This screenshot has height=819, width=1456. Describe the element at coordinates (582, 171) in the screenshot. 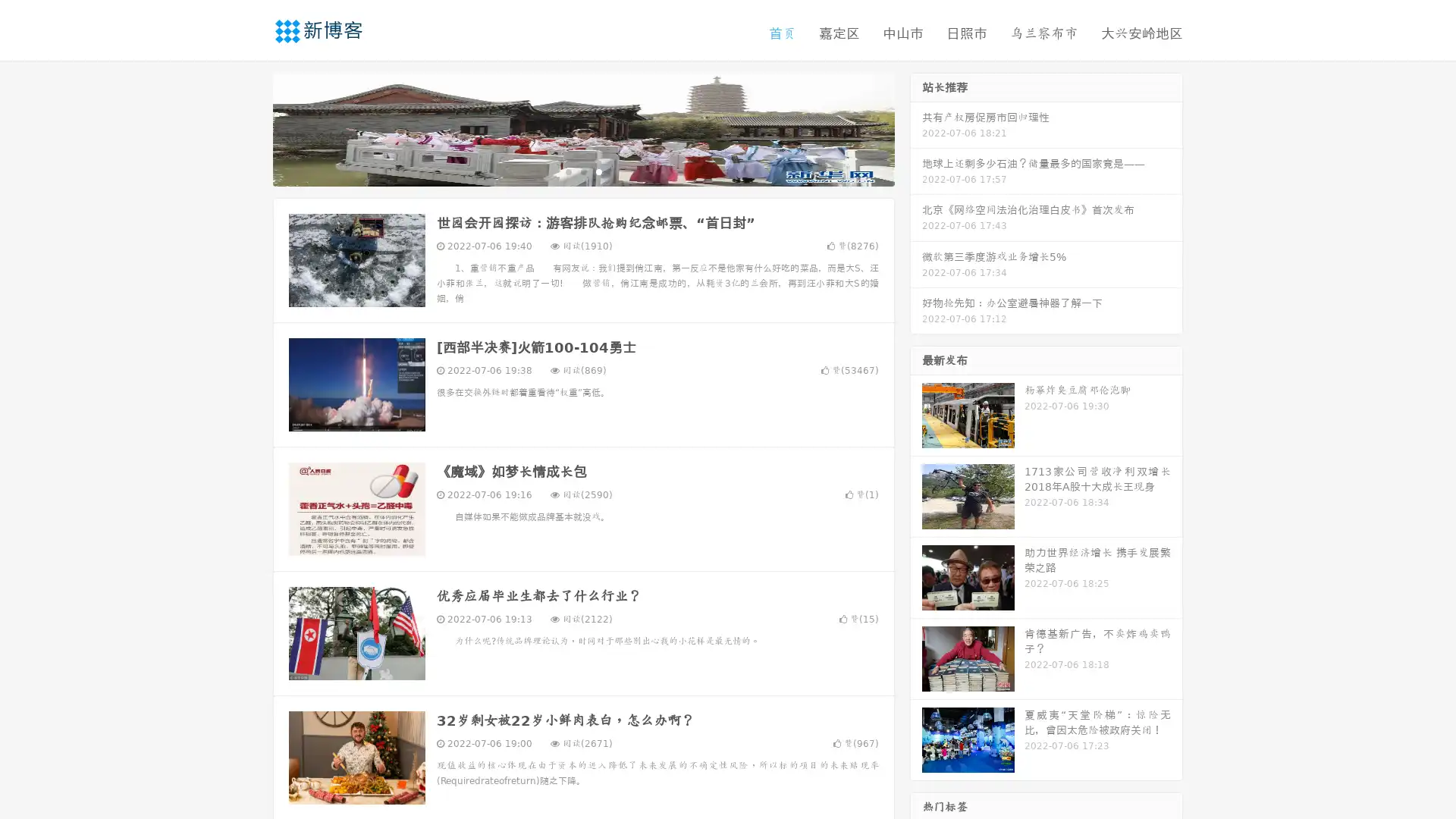

I see `Go to slide 2` at that location.